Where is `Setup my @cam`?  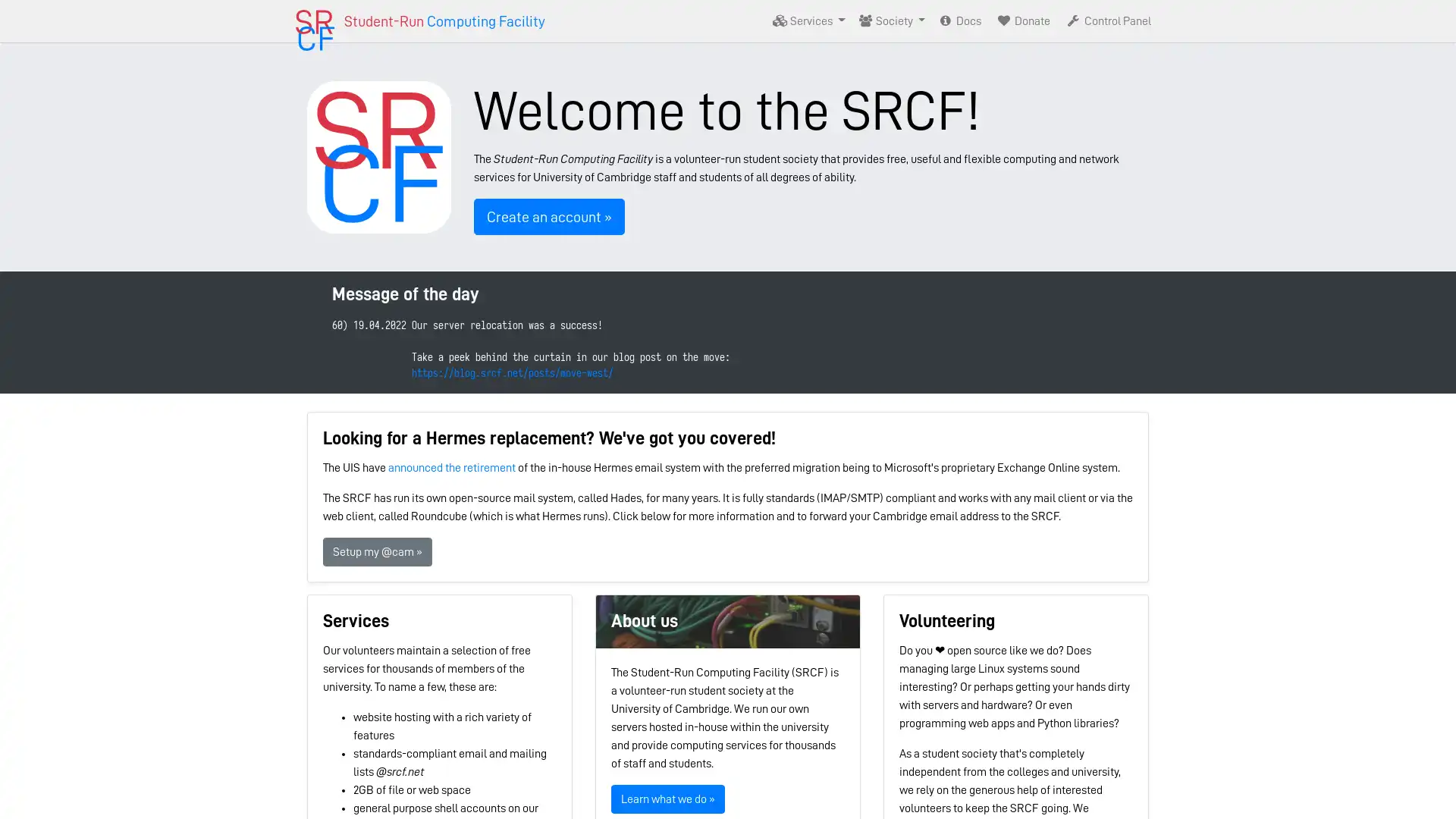
Setup my @cam is located at coordinates (378, 551).